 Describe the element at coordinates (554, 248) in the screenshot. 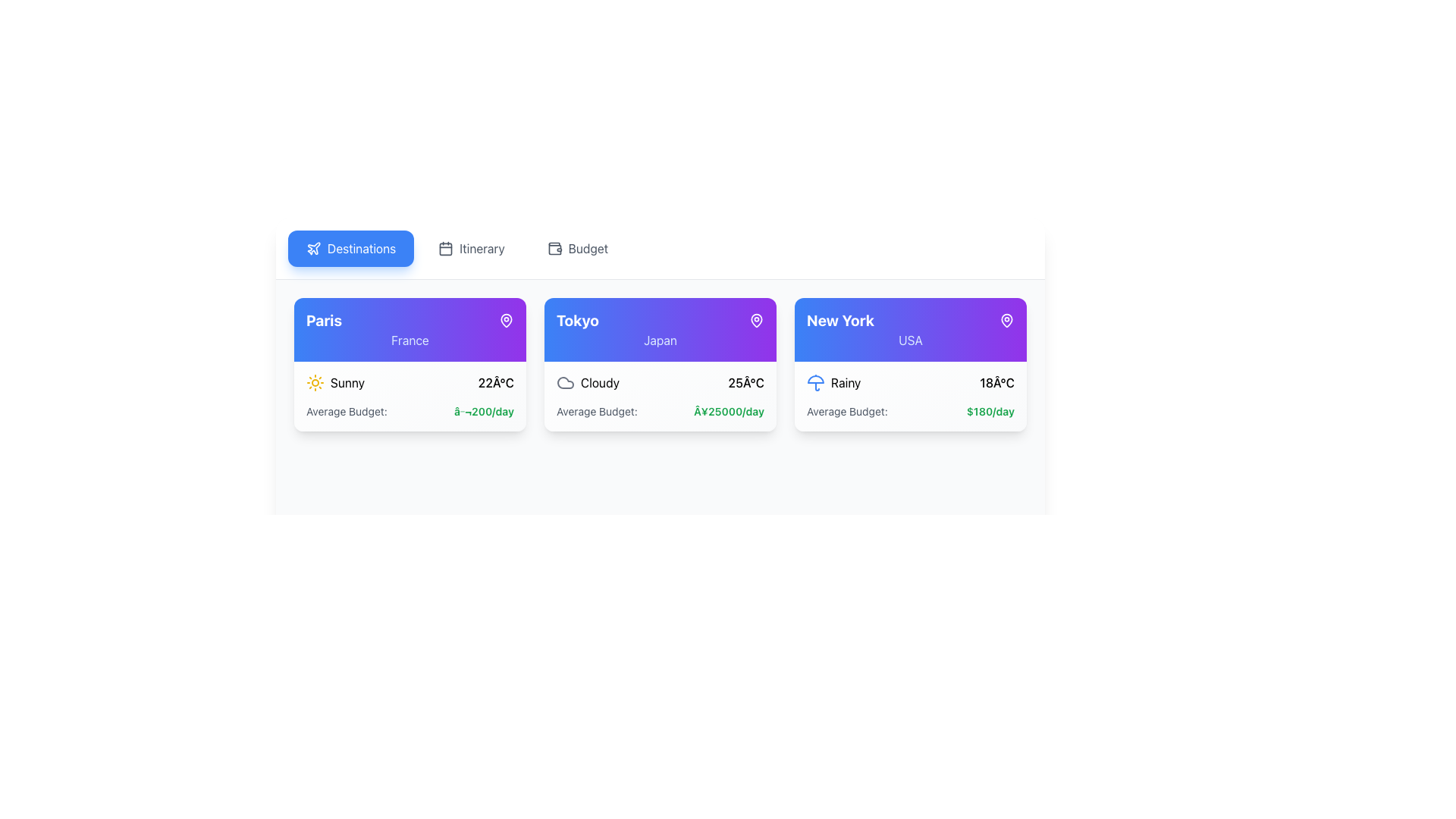

I see `the wallet icon located in the header section of the layout` at that location.